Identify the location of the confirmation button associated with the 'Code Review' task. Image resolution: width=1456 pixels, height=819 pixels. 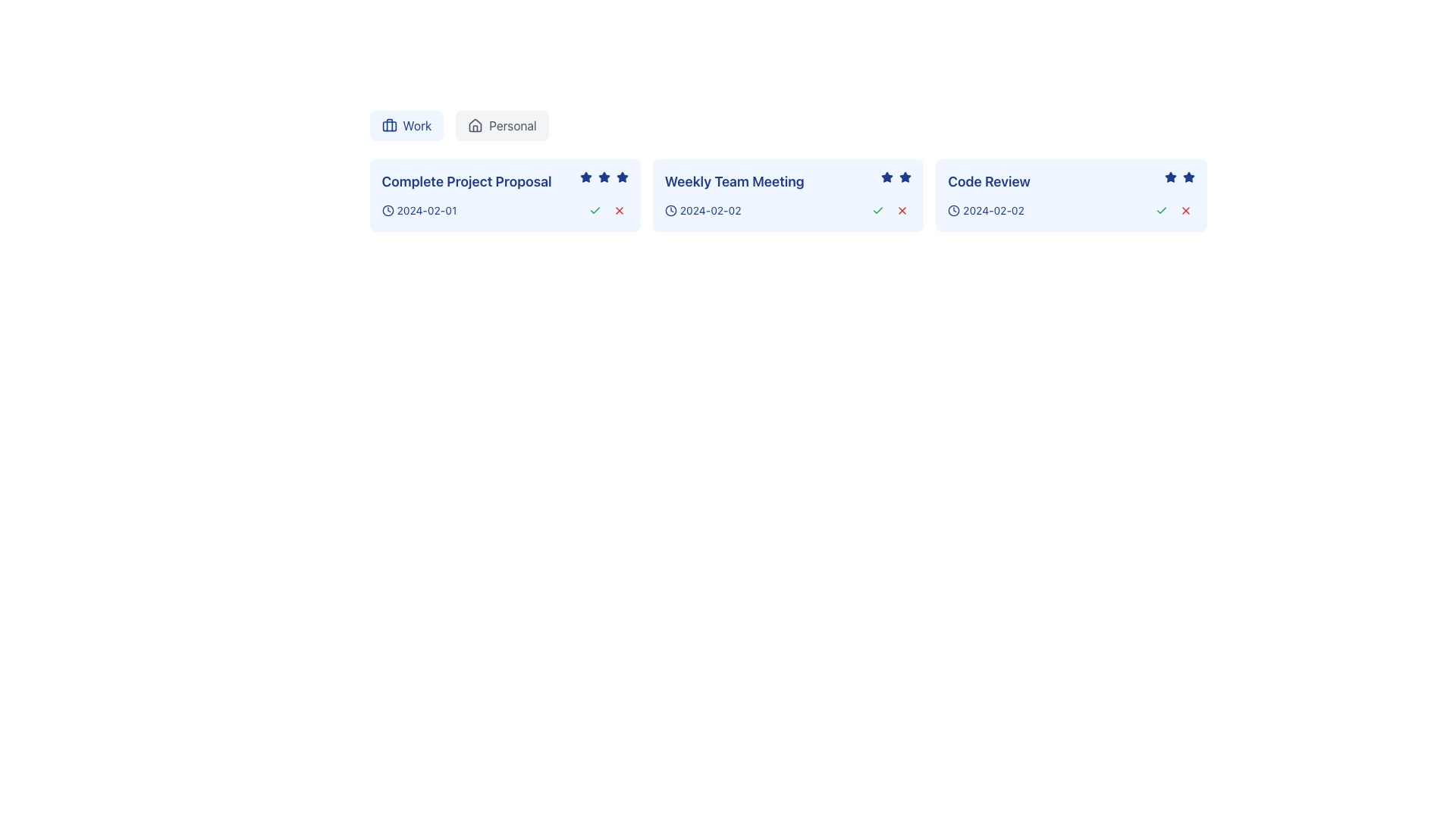
(1160, 210).